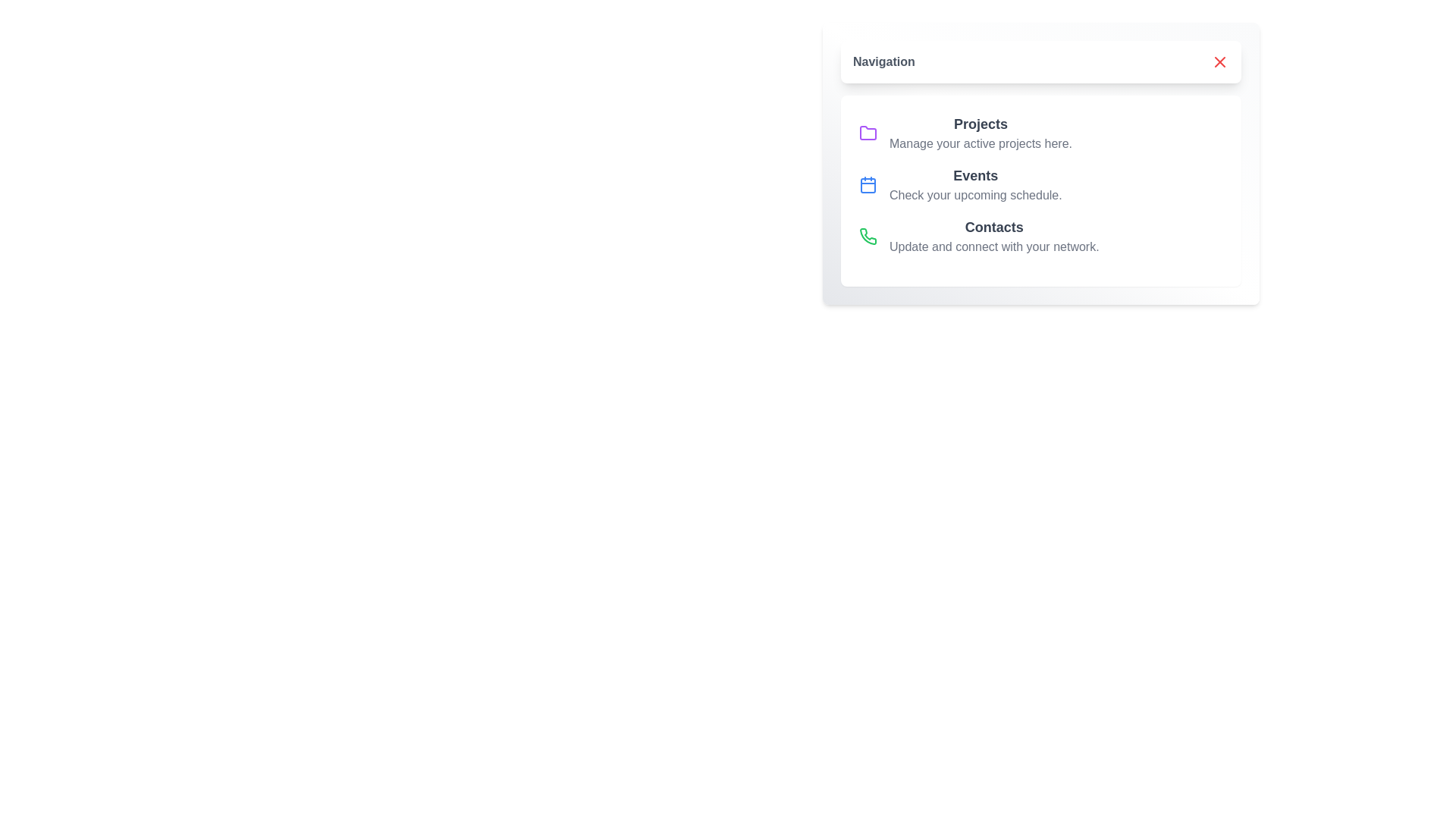 The height and width of the screenshot is (819, 1456). Describe the element at coordinates (980, 124) in the screenshot. I see `the 'Projects' menu item to view its content` at that location.